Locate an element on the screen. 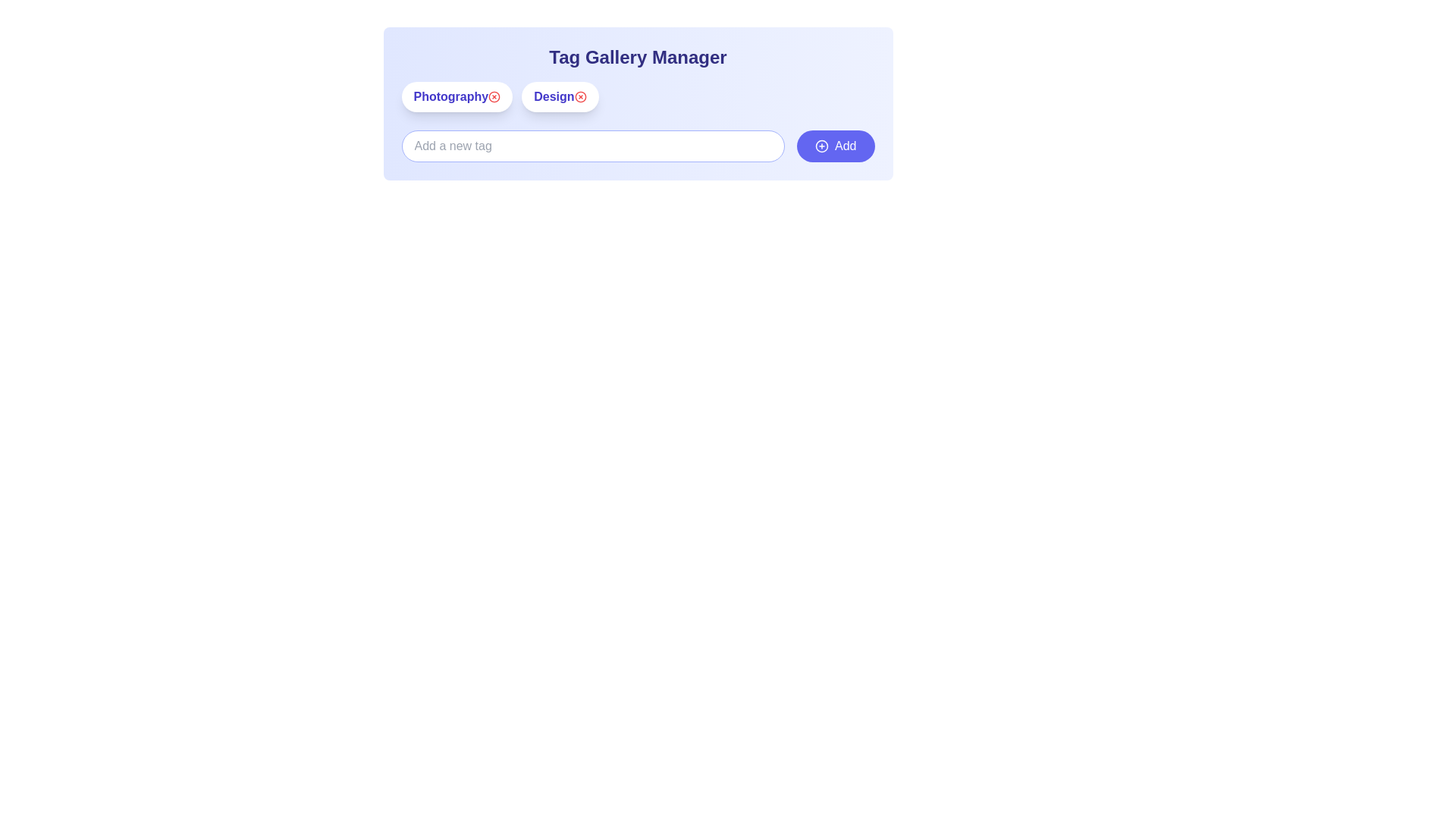 The image size is (1456, 819). the circular decorative component of the 'Add' button located in the rightmost section of the UI, which enhances the button's functionality for adding new tags is located at coordinates (821, 146).